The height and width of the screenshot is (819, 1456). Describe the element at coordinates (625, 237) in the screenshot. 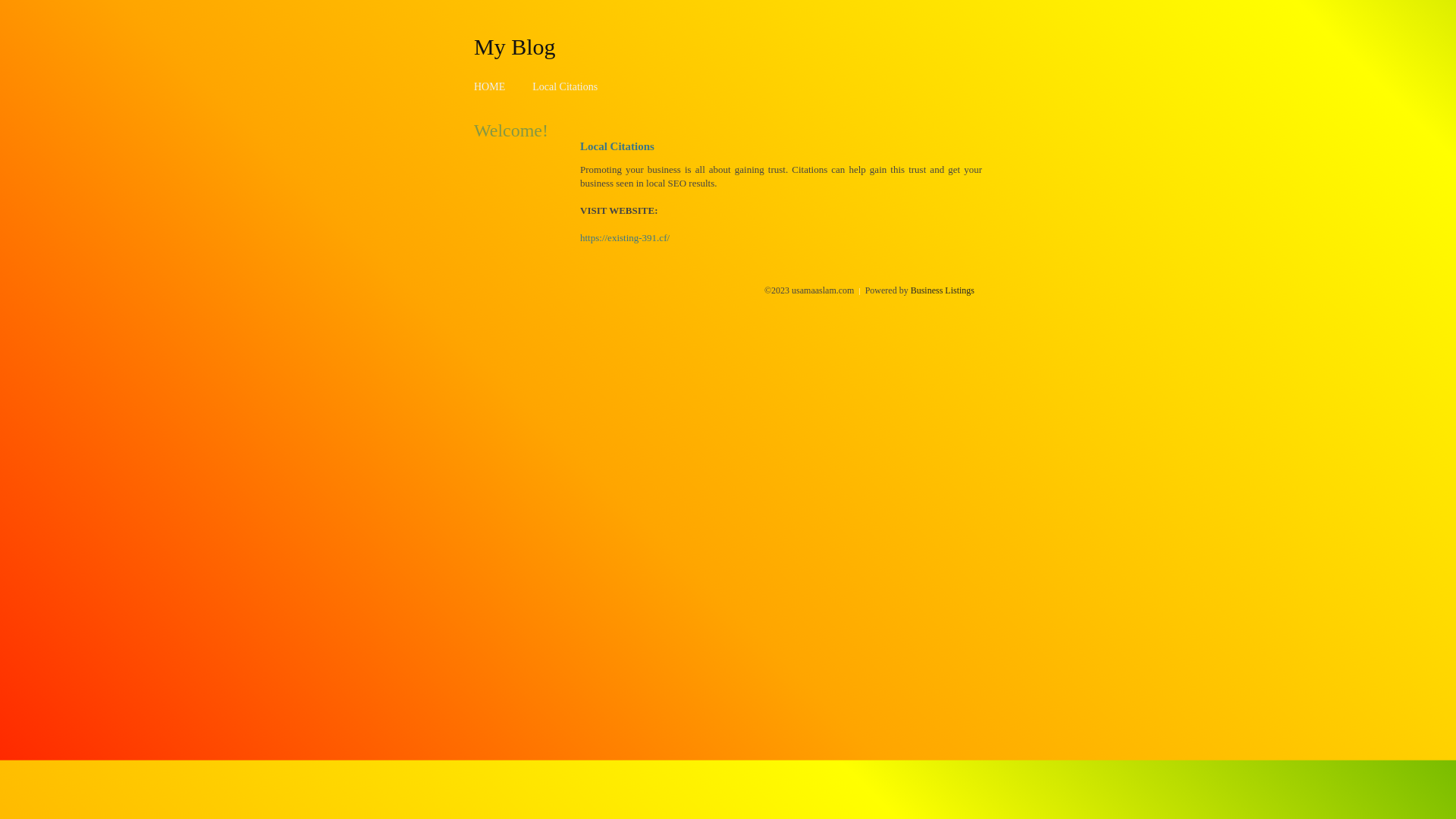

I see `'https://existing-391.cf/'` at that location.